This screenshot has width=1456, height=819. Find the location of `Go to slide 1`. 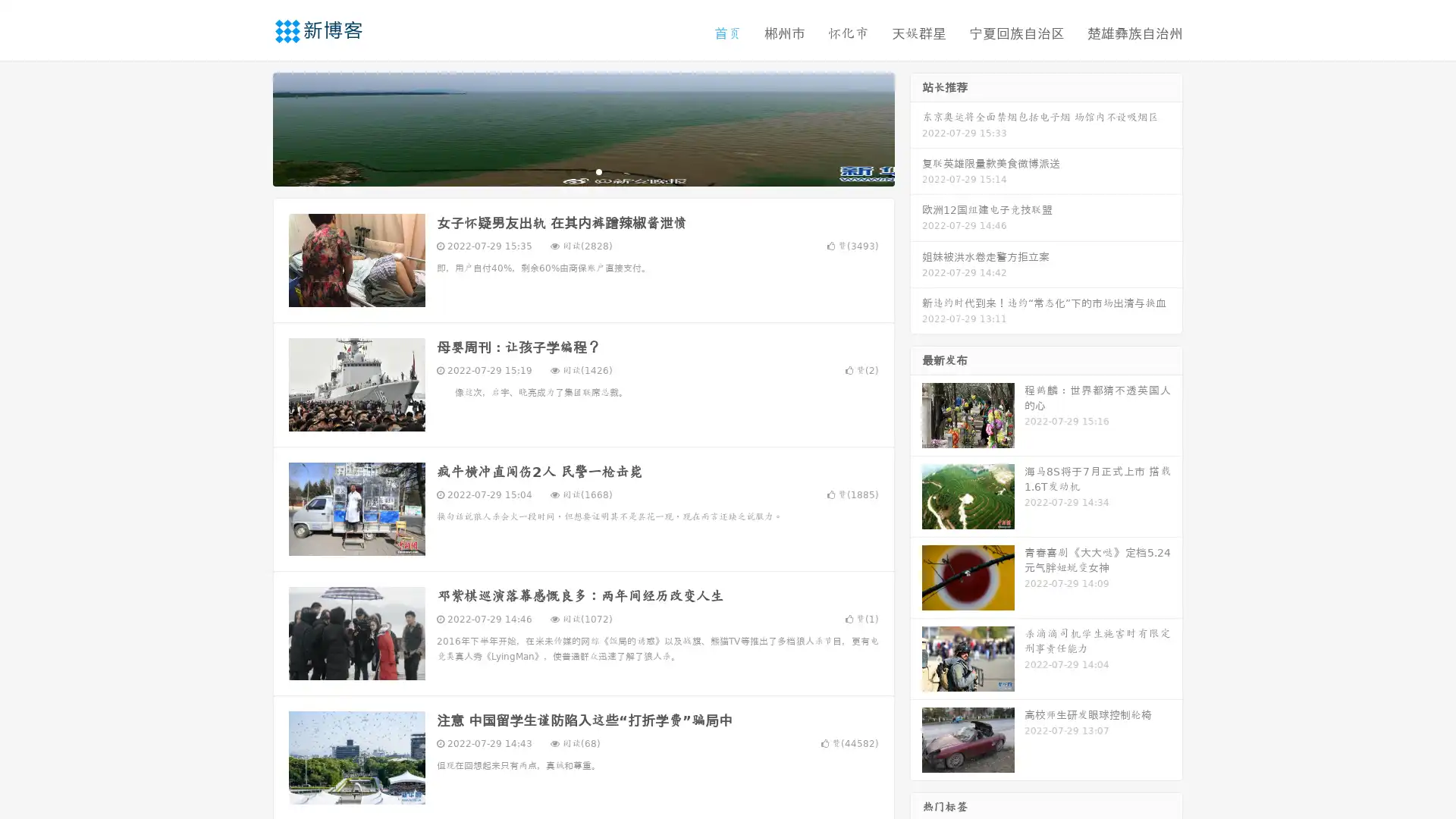

Go to slide 1 is located at coordinates (567, 171).